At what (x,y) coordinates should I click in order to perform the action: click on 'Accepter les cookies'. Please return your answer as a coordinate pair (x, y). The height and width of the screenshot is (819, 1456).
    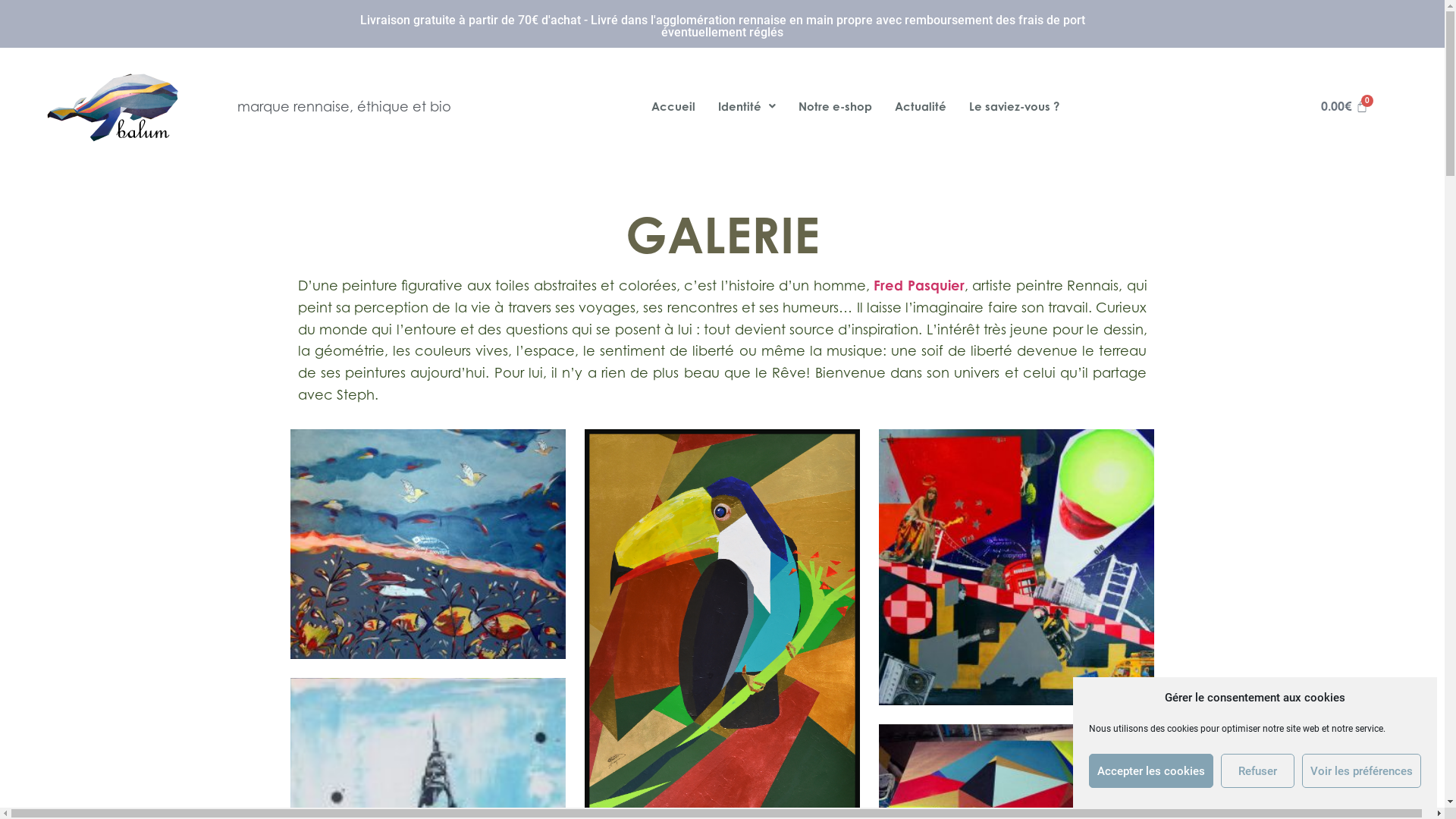
    Looking at the image, I should click on (1150, 770).